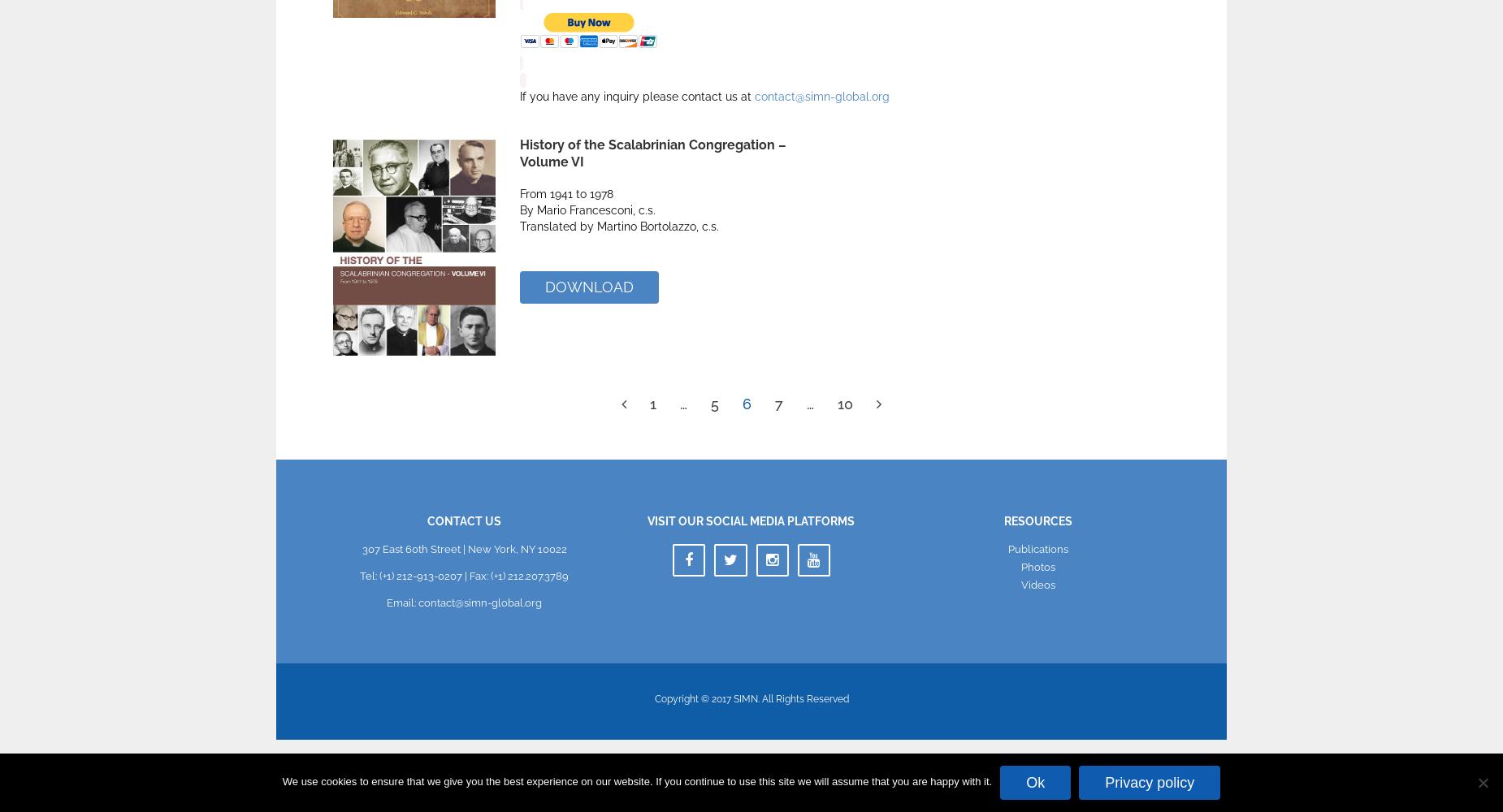  What do you see at coordinates (619, 227) in the screenshot?
I see `'
Translated by Martino Bortolazzo, c.s.'` at bounding box center [619, 227].